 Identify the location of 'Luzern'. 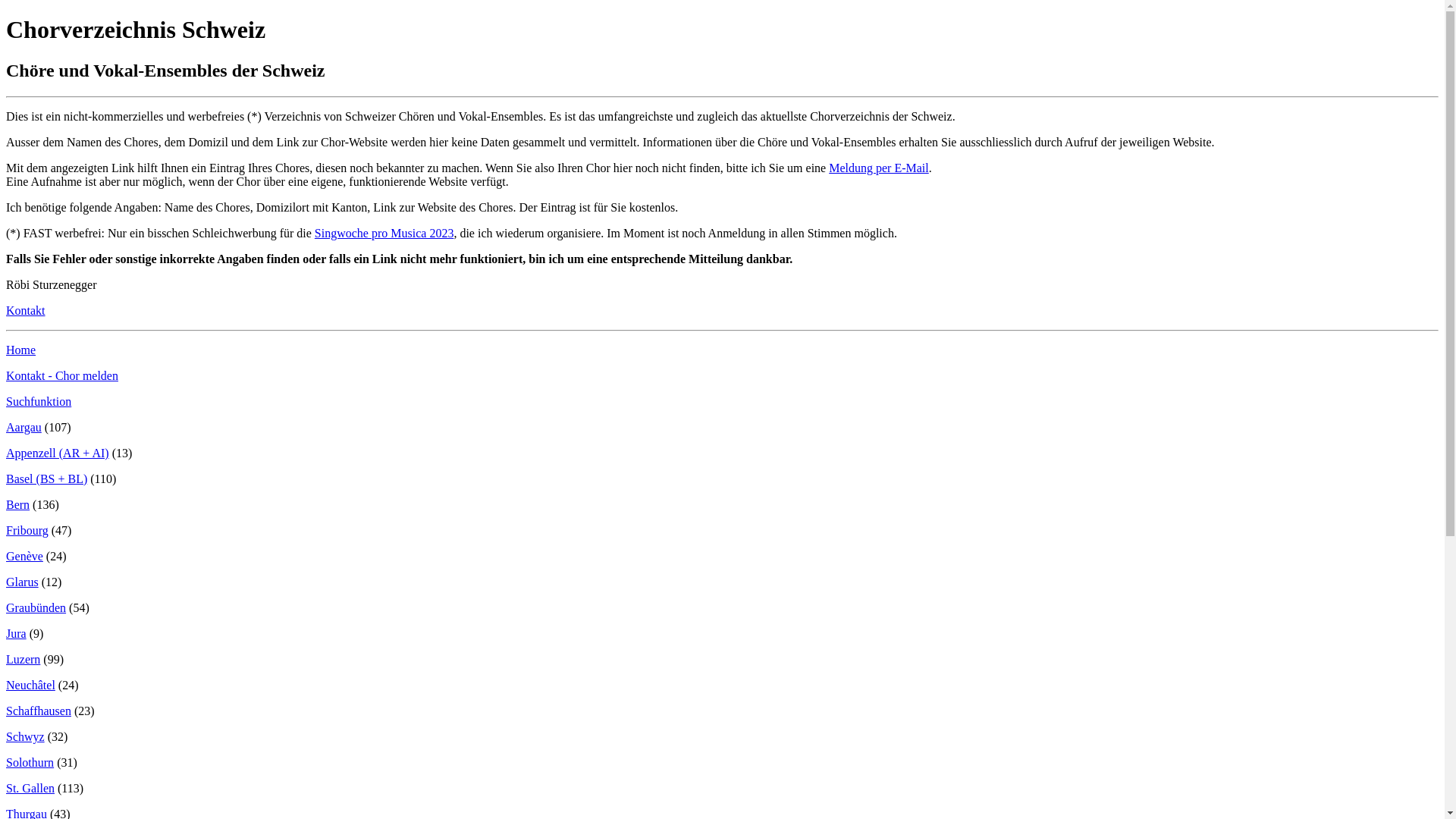
(23, 658).